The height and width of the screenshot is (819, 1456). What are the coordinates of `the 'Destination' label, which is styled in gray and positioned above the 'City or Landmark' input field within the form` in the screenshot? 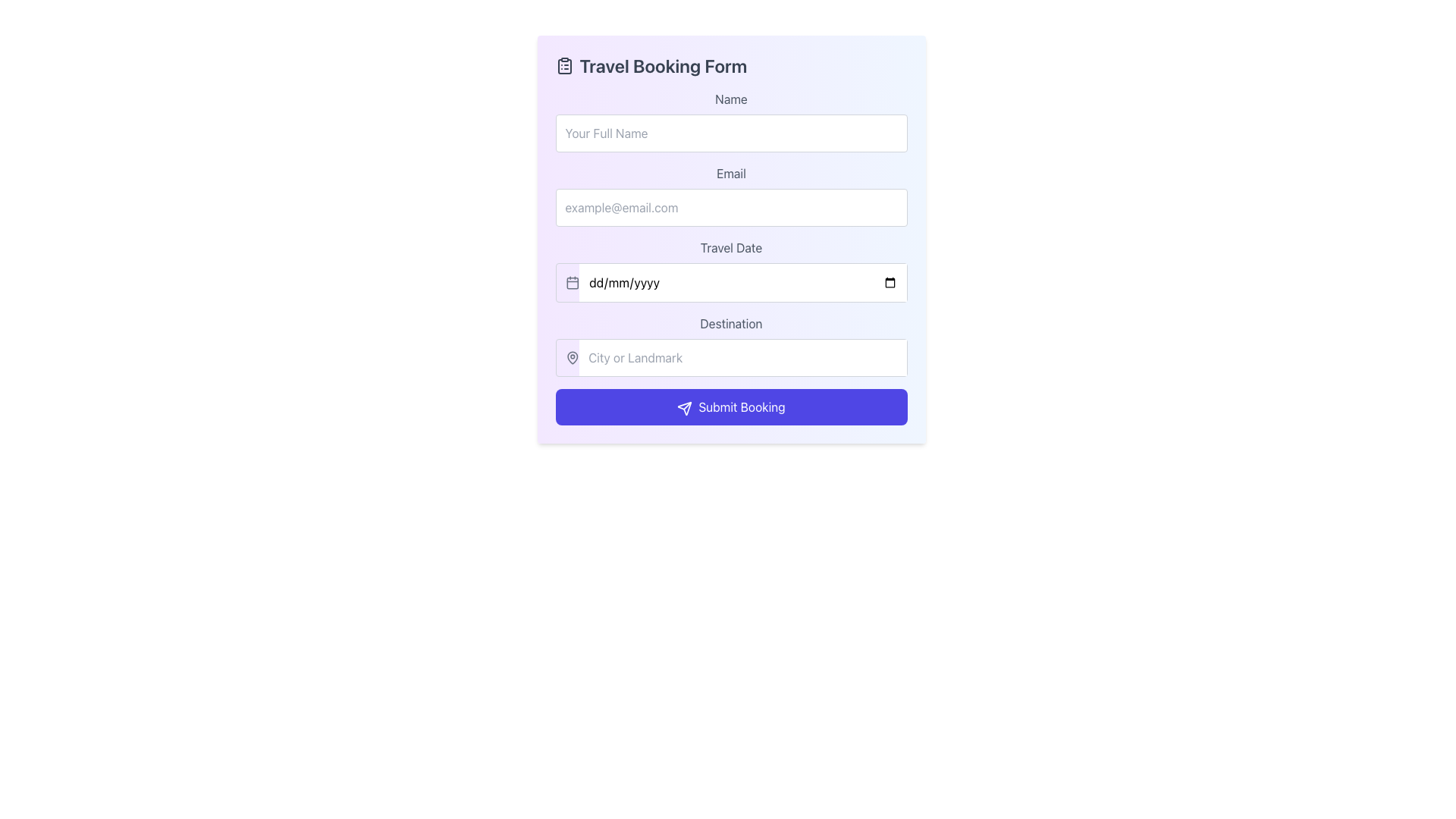 It's located at (731, 323).